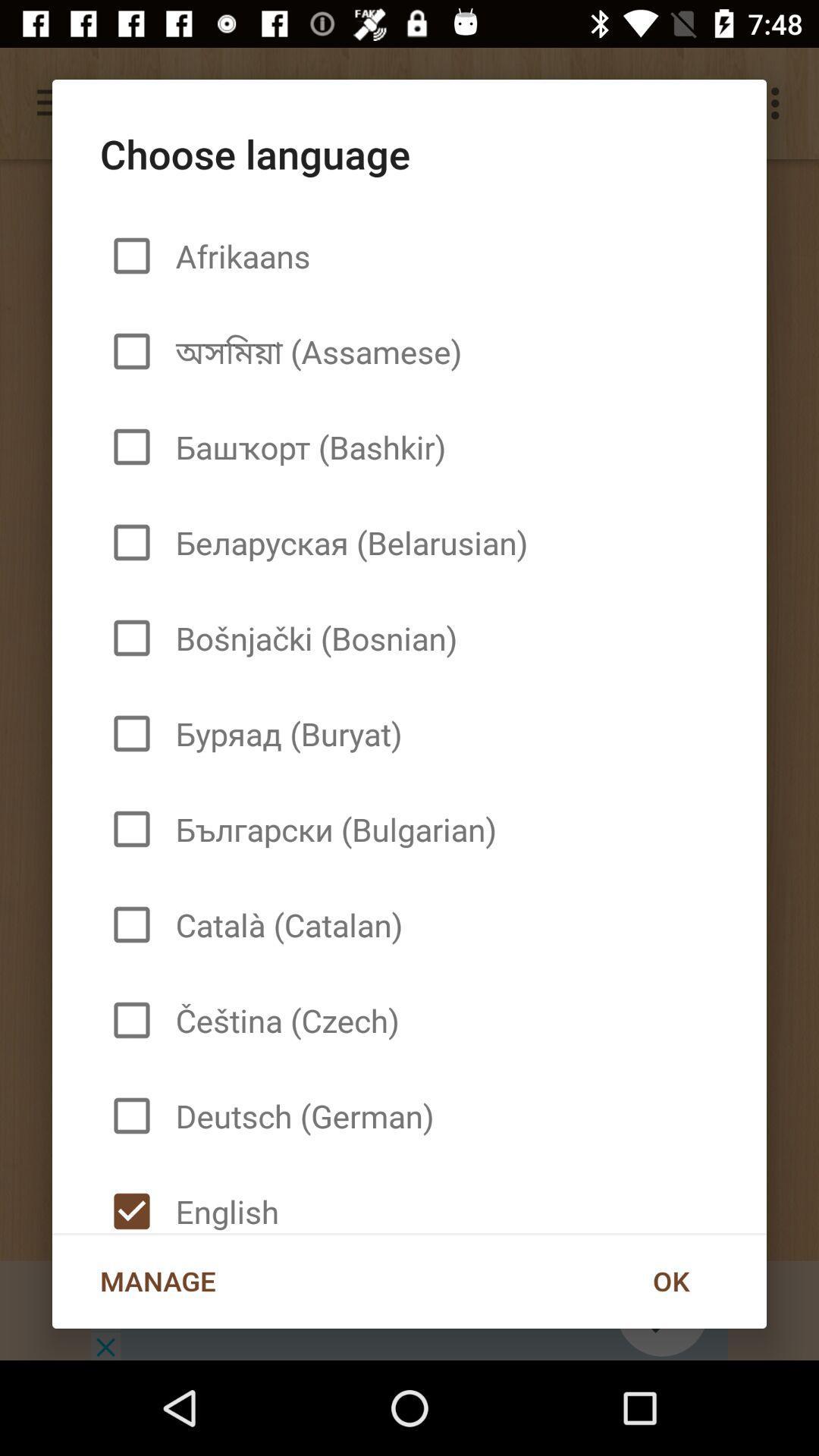 The image size is (819, 1456). Describe the element at coordinates (158, 1280) in the screenshot. I see `item to the left of ok item` at that location.